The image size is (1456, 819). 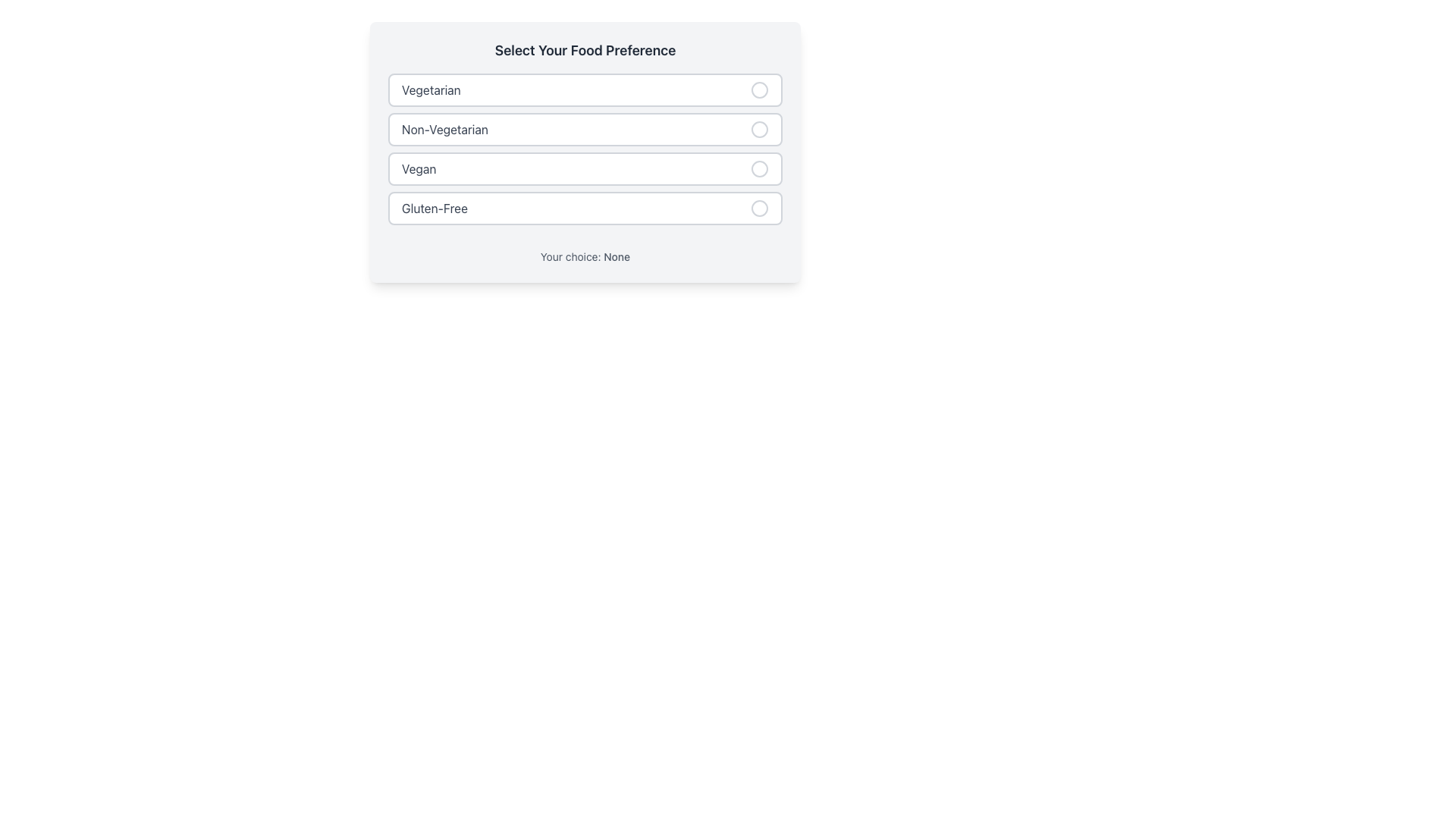 What do you see at coordinates (760, 208) in the screenshot?
I see `the circle representing the 'Gluten-Free' radio button option` at bounding box center [760, 208].